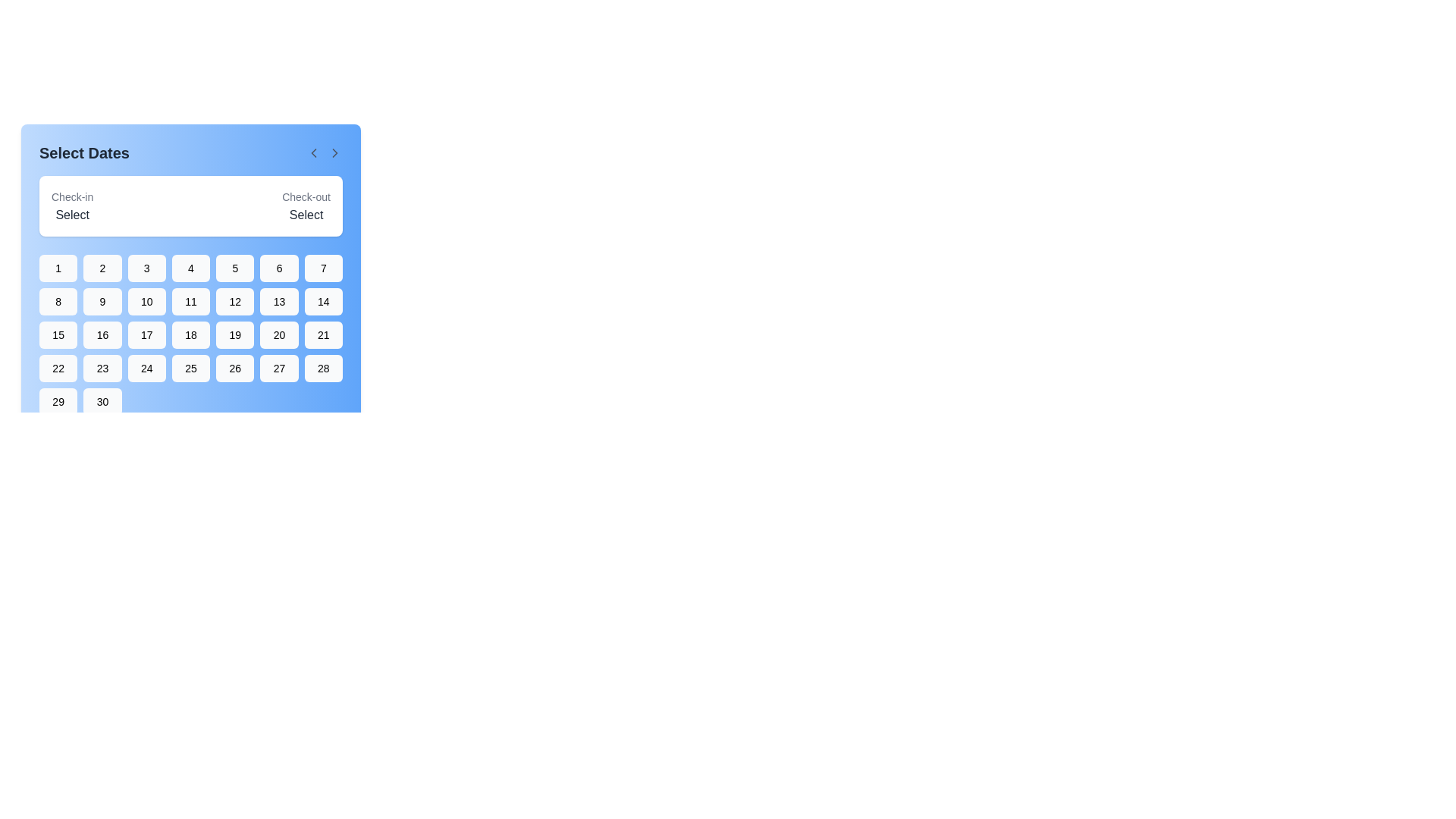 This screenshot has height=819, width=1456. Describe the element at coordinates (190, 334) in the screenshot. I see `the number button on the calendar grid` at that location.